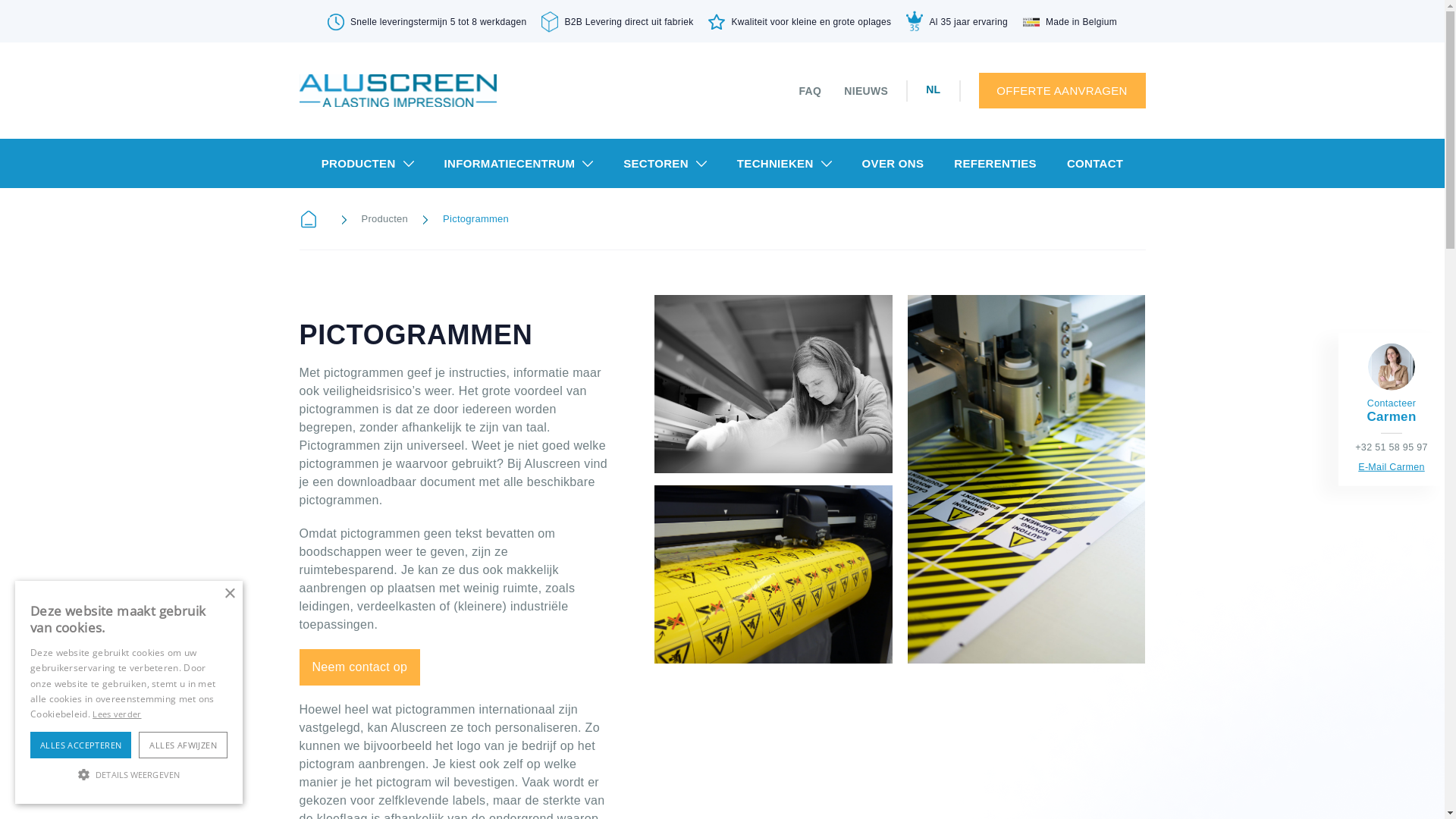 Image resolution: width=1456 pixels, height=819 pixels. Describe the element at coordinates (367, 163) in the screenshot. I see `'PRODUCTEN'` at that location.